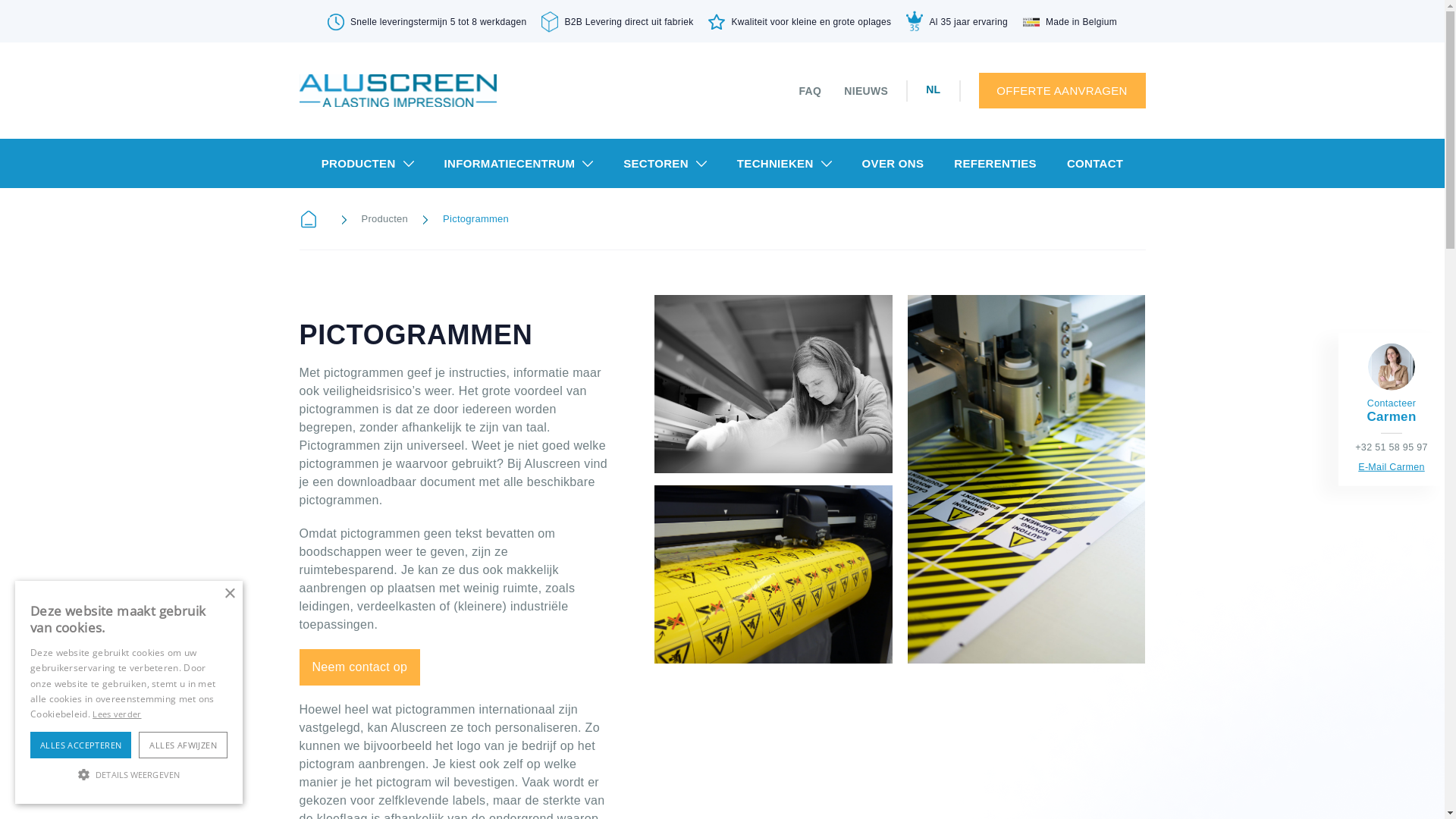 Image resolution: width=1456 pixels, height=819 pixels. Describe the element at coordinates (367, 163) in the screenshot. I see `'PRODUCTEN'` at that location.